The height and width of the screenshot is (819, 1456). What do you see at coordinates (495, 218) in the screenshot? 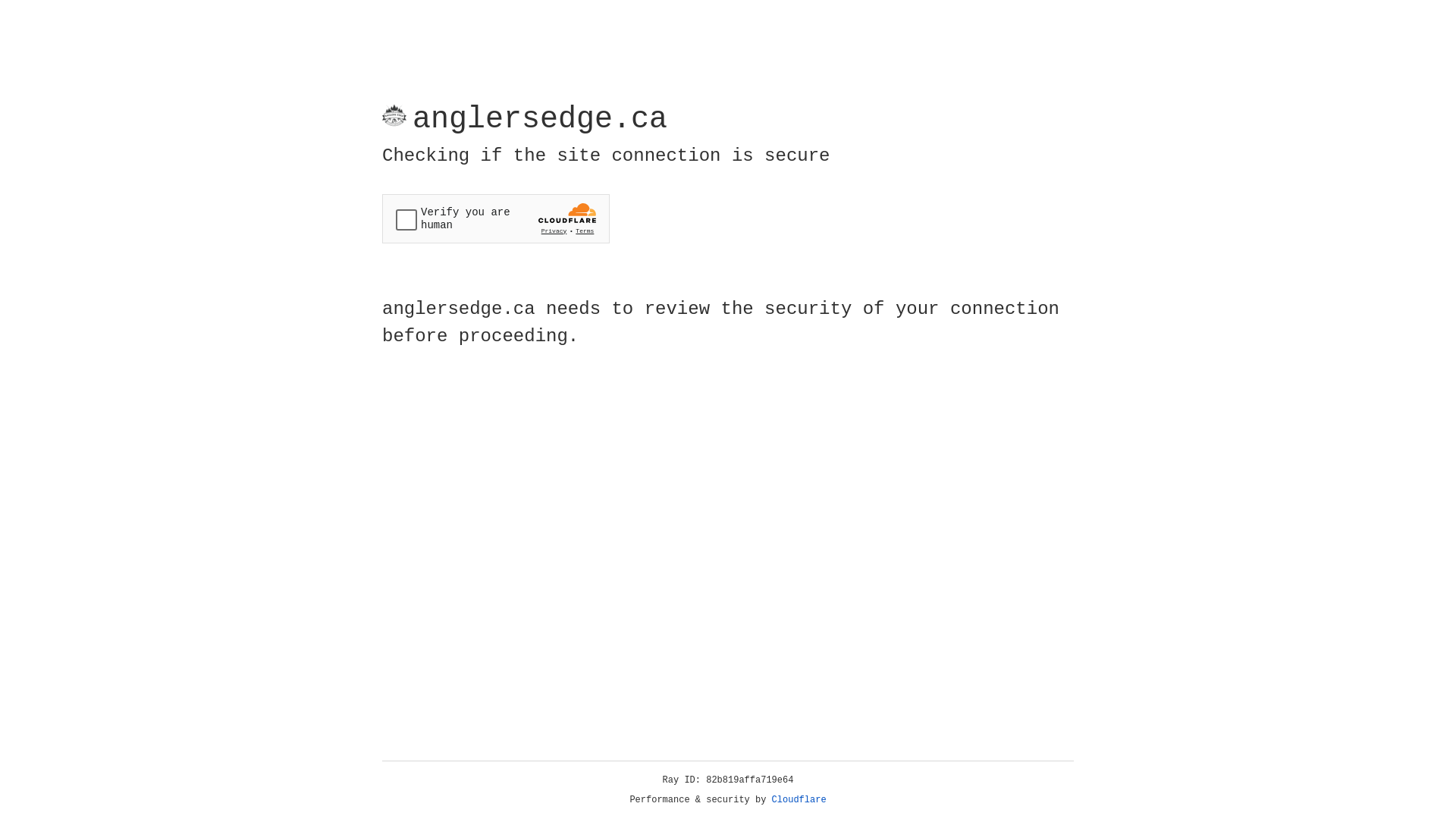
I see `'Widget containing a Cloudflare security challenge'` at bounding box center [495, 218].